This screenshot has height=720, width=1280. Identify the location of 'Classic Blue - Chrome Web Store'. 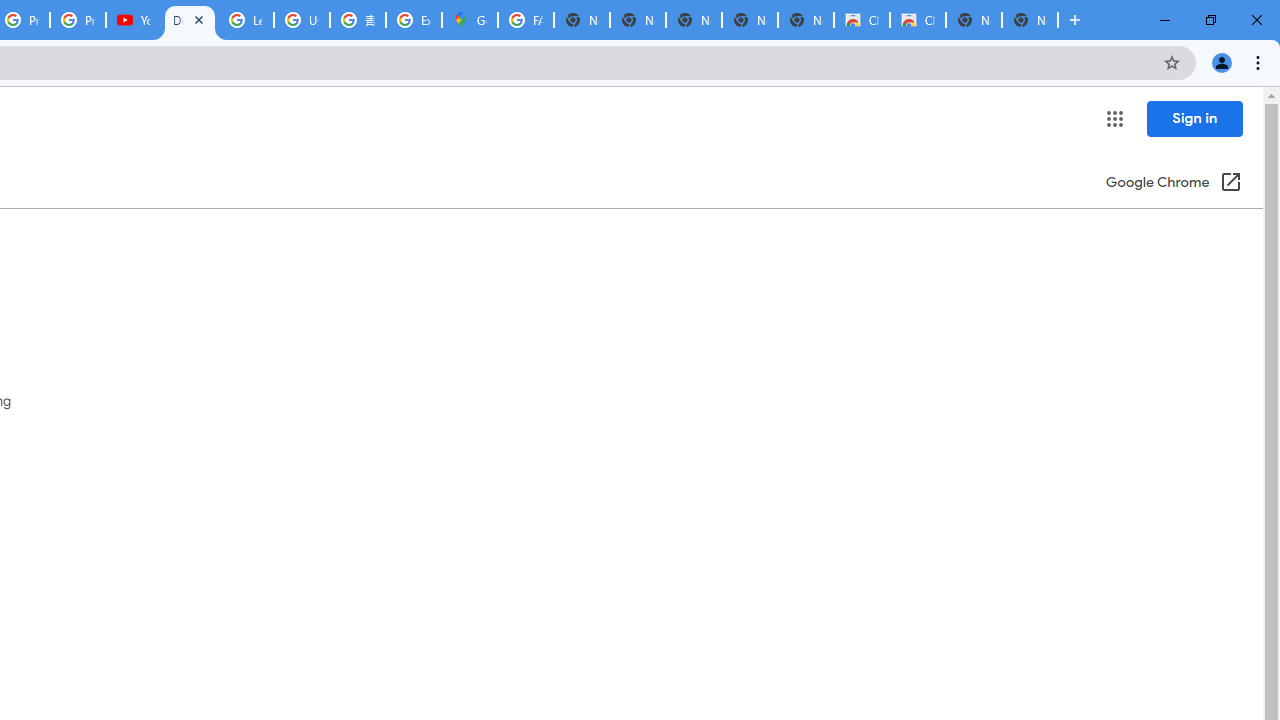
(862, 20).